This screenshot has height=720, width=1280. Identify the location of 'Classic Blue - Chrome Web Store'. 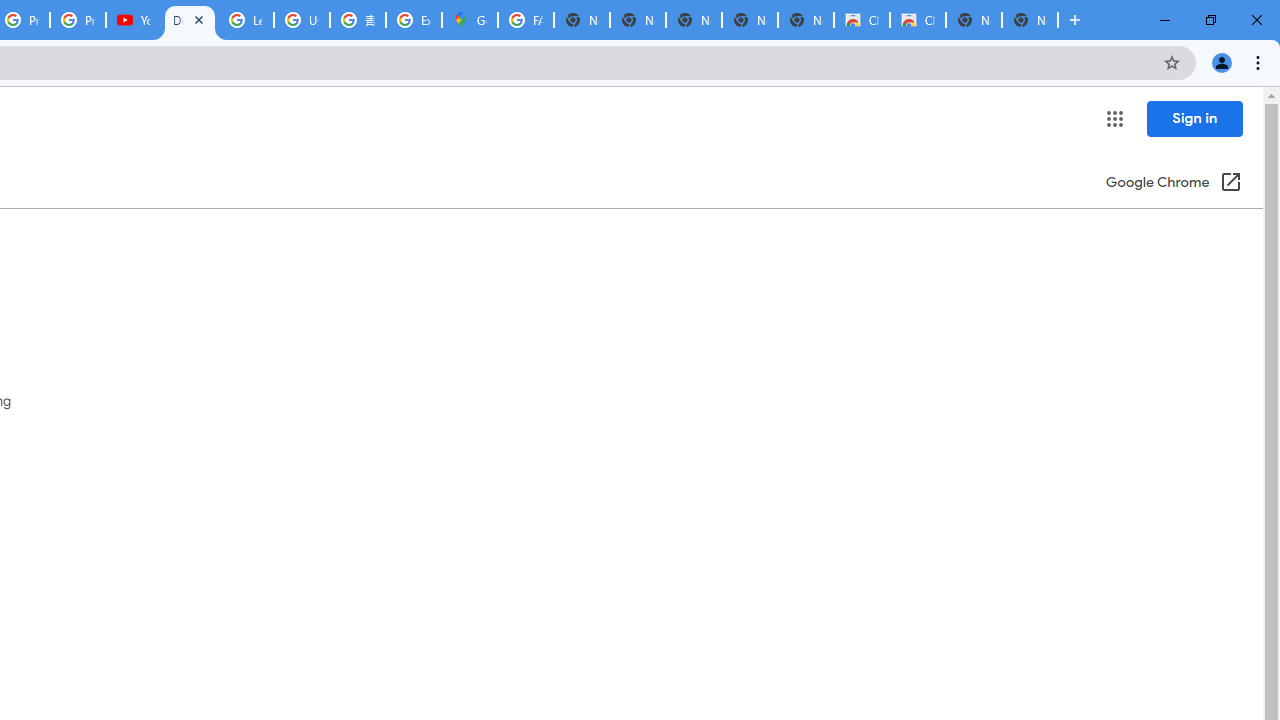
(862, 20).